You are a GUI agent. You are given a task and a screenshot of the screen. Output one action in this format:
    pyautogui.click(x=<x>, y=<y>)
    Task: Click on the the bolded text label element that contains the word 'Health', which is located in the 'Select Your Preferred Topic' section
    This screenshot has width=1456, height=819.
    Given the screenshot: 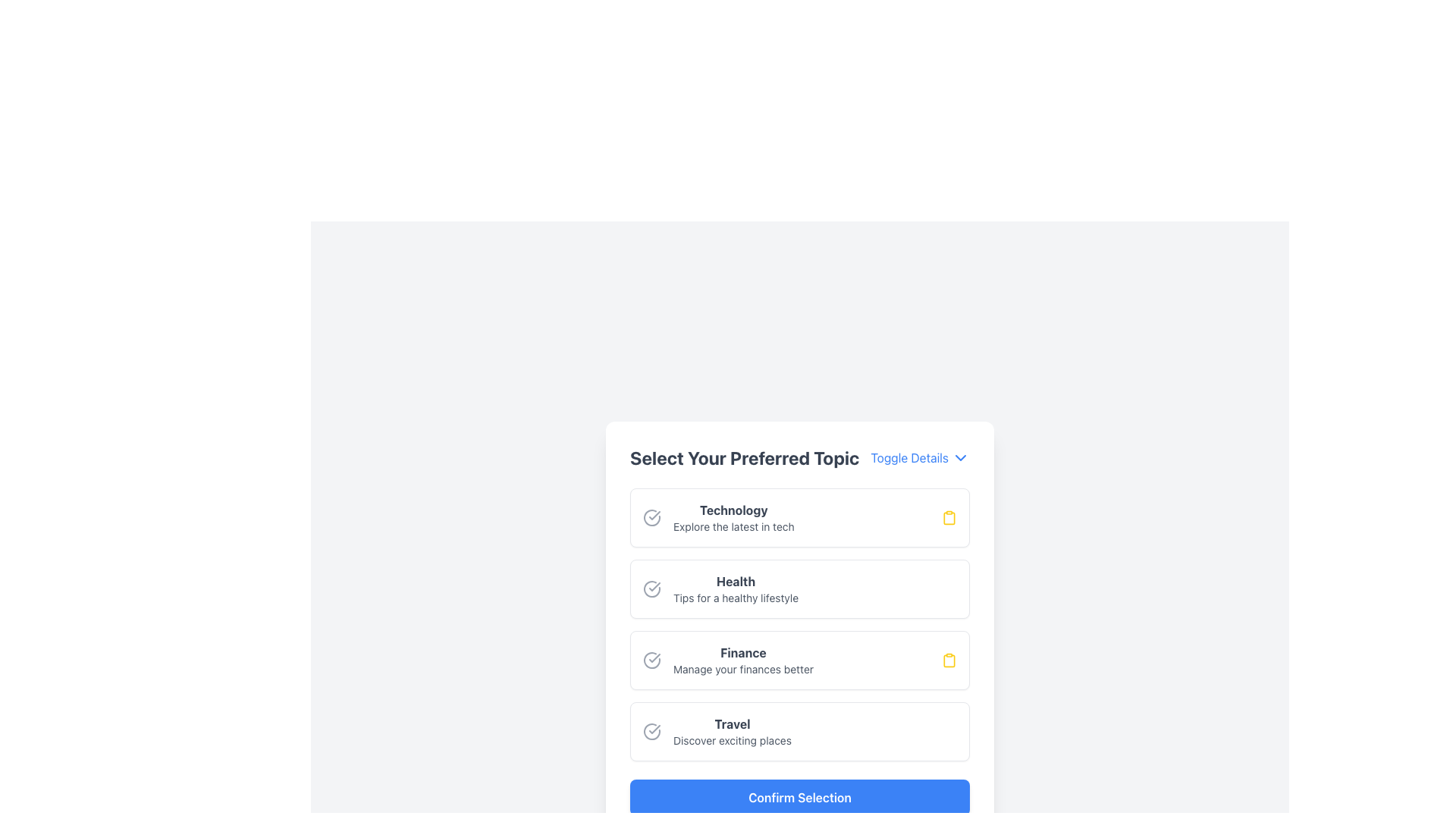 What is the action you would take?
    pyautogui.click(x=736, y=581)
    